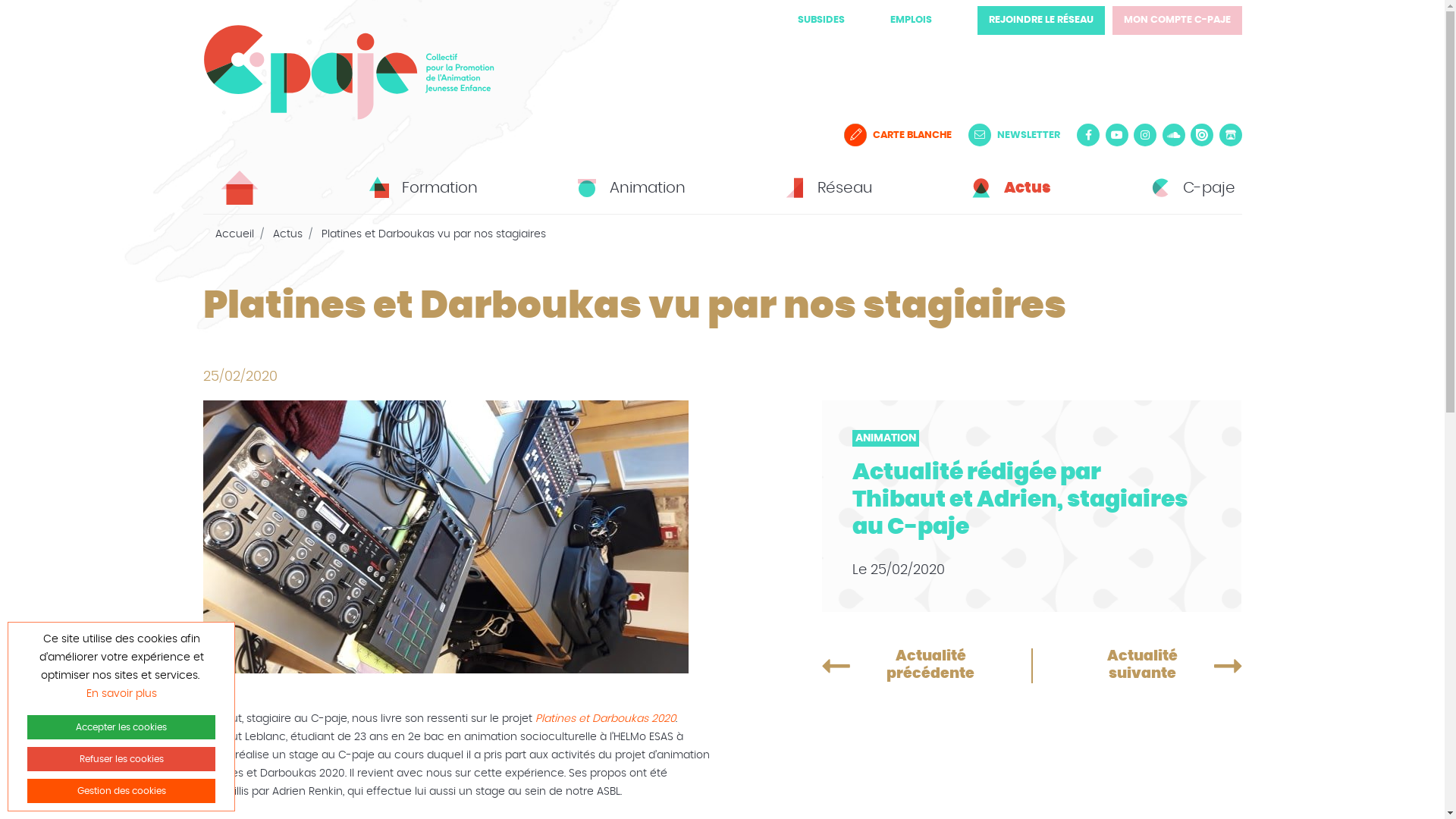  Describe the element at coordinates (1008, 187) in the screenshot. I see `'Actus'` at that location.